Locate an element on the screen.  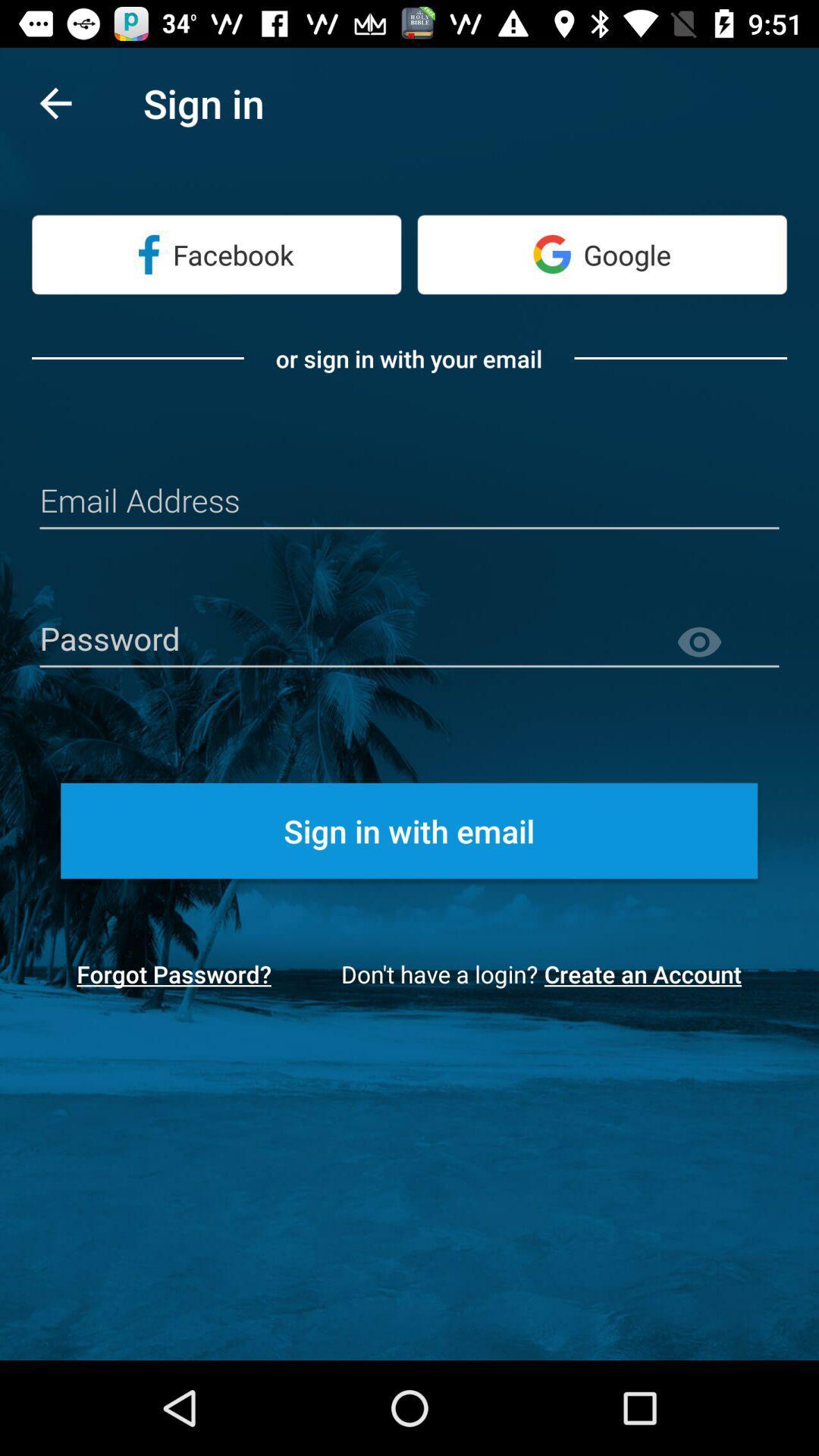
email address is located at coordinates (409, 502).